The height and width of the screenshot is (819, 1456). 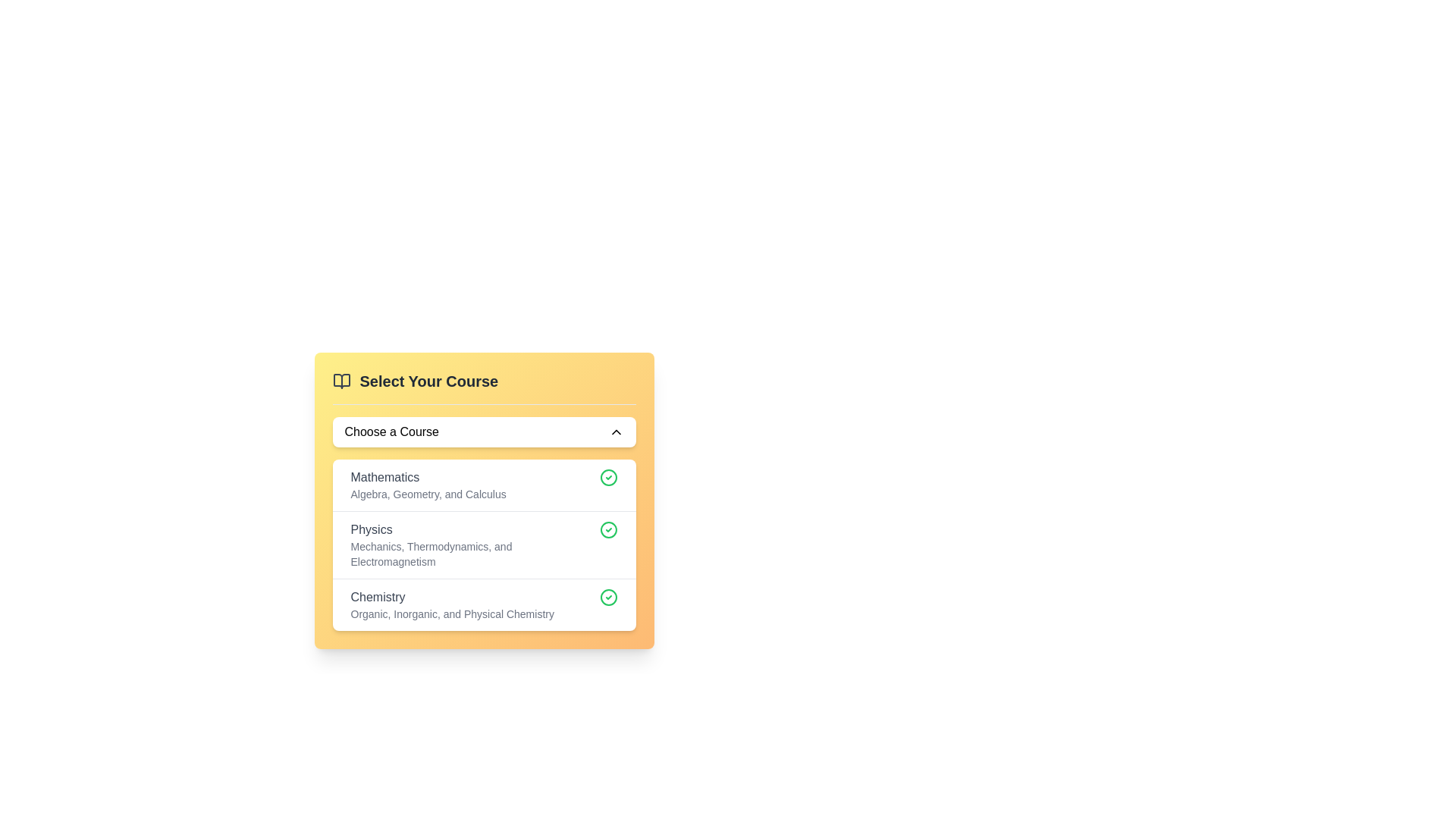 I want to click on the educational theme icon located in the header of the 'Select Your Course' section, positioned before the text title, so click(x=340, y=380).